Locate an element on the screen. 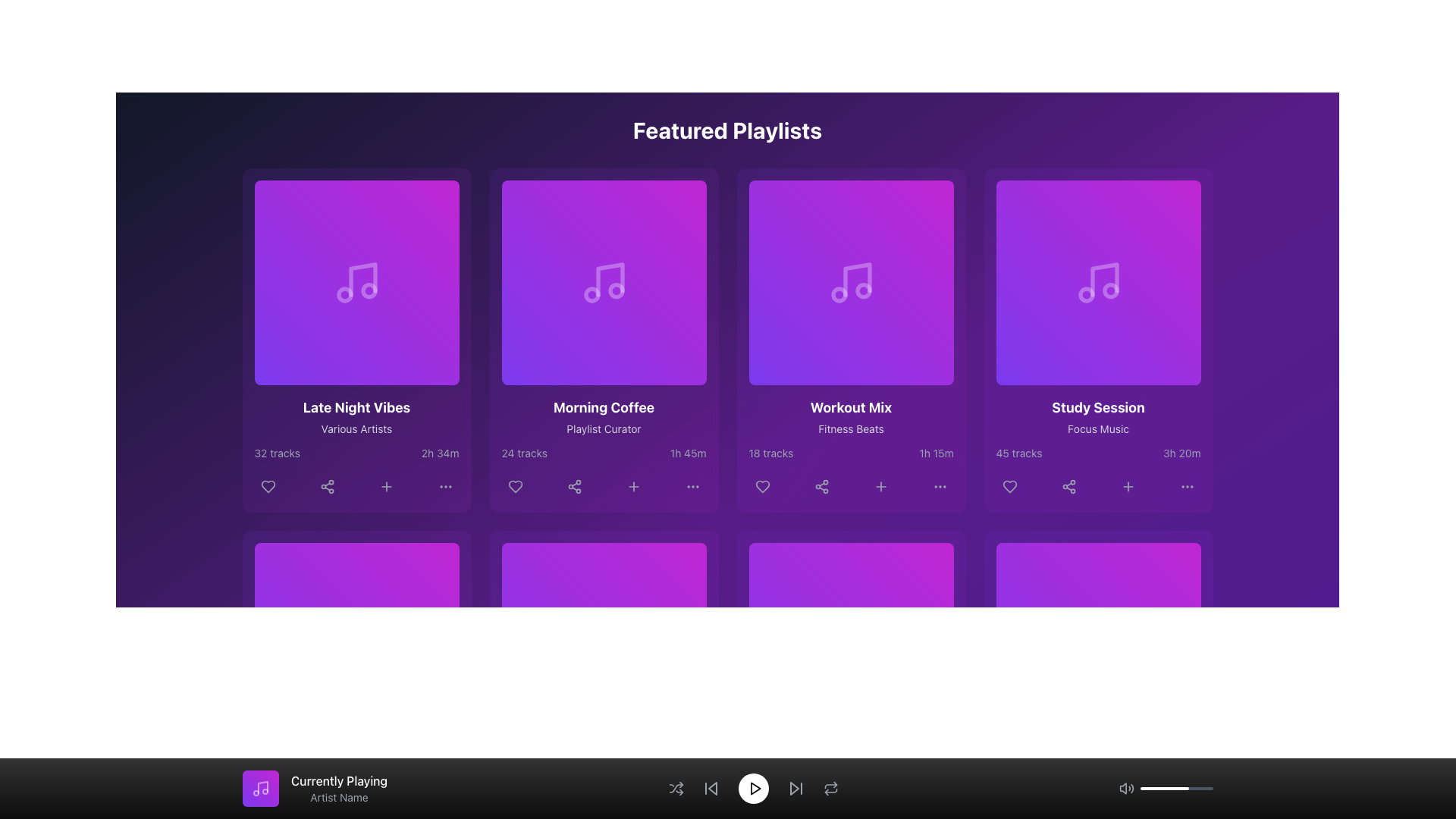  the 'Share' button located at the center of the 'Study Session' playlist card in the second row and fourth column of the grid layout is located at coordinates (1068, 486).